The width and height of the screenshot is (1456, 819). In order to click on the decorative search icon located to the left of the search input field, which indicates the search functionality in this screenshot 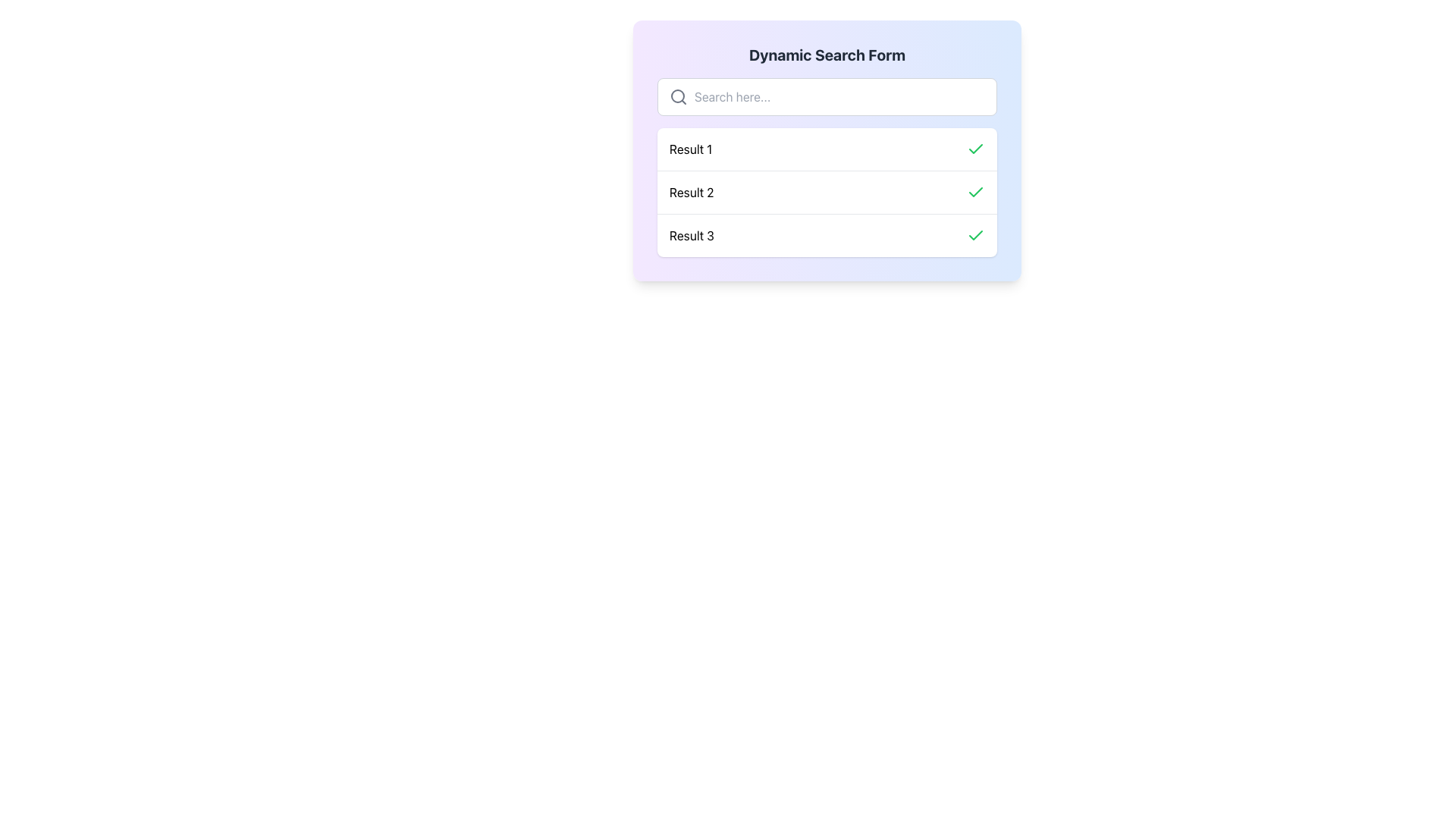, I will do `click(677, 96)`.